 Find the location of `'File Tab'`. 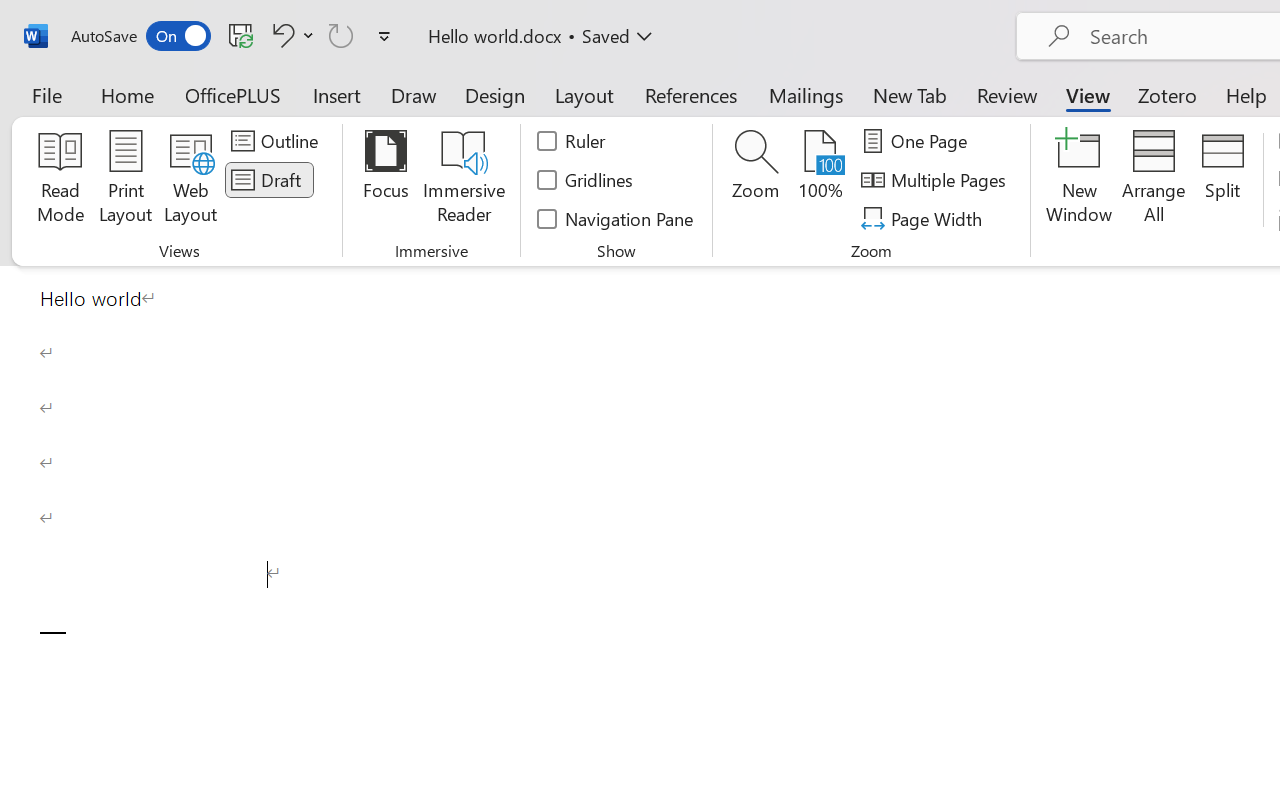

'File Tab' is located at coordinates (46, 94).